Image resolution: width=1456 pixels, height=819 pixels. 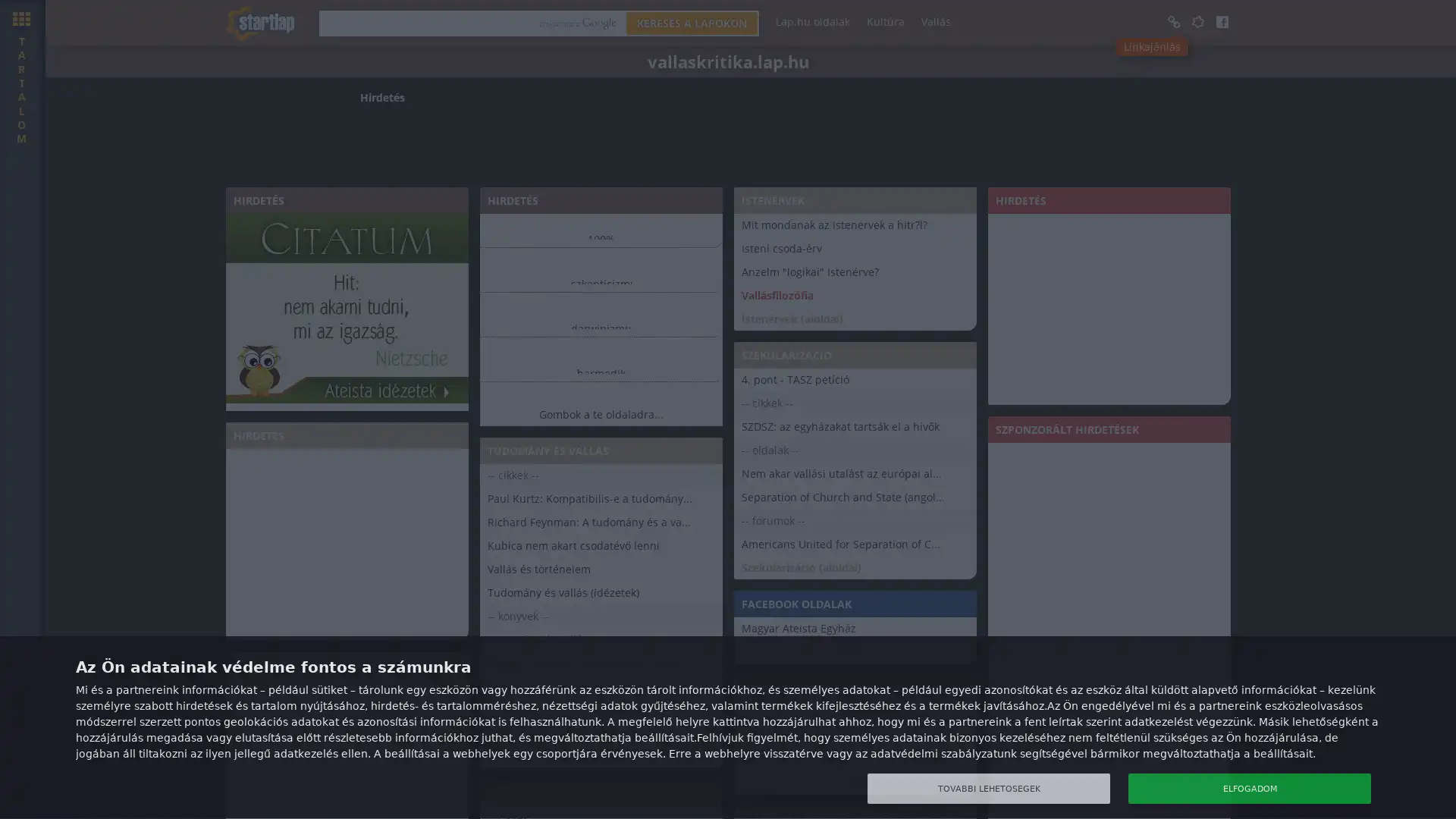 What do you see at coordinates (989, 788) in the screenshot?
I see `TOVABBI LEHETOSEGEK` at bounding box center [989, 788].